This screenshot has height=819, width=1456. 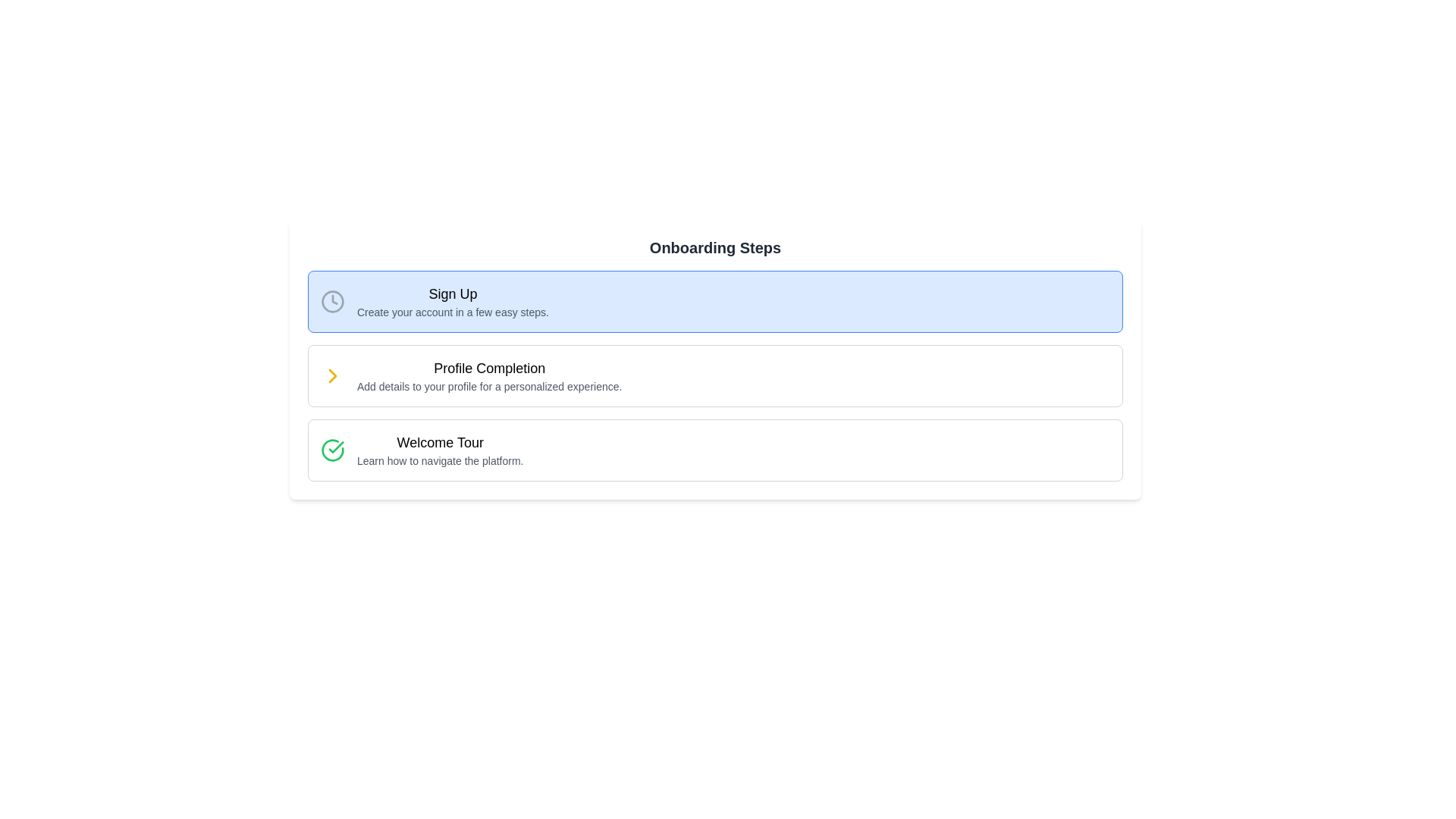 What do you see at coordinates (452, 294) in the screenshot?
I see `the TextLabel that serves as a section header for the multi-step onboarding process, located in the upper-left portion of its bordered rectangular section` at bounding box center [452, 294].